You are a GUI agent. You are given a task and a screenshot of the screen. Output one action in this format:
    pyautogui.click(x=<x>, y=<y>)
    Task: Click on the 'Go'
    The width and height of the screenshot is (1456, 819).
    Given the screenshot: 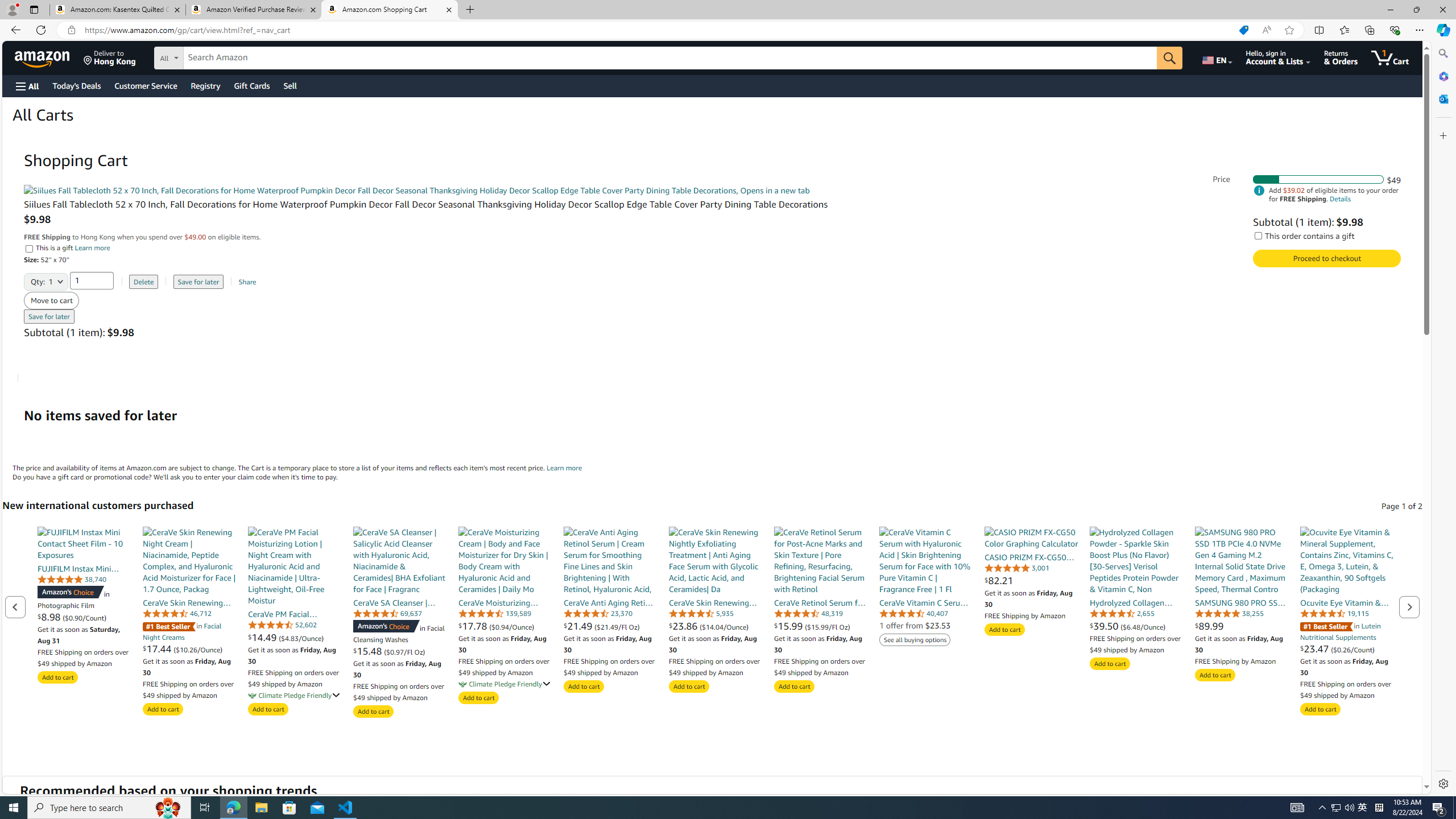 What is the action you would take?
    pyautogui.click(x=1169, y=58)
    